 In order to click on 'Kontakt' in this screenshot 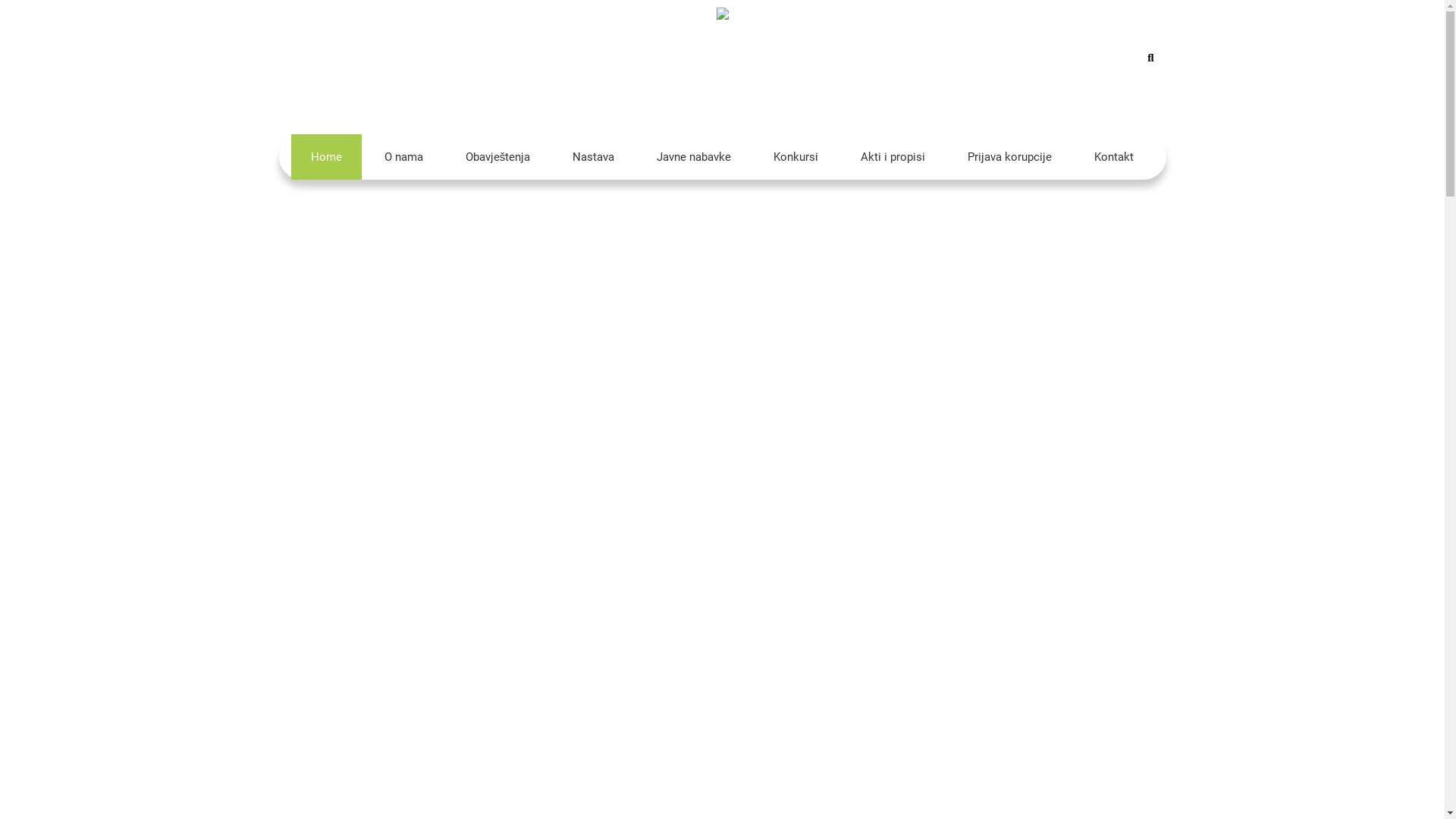, I will do `click(1113, 157)`.